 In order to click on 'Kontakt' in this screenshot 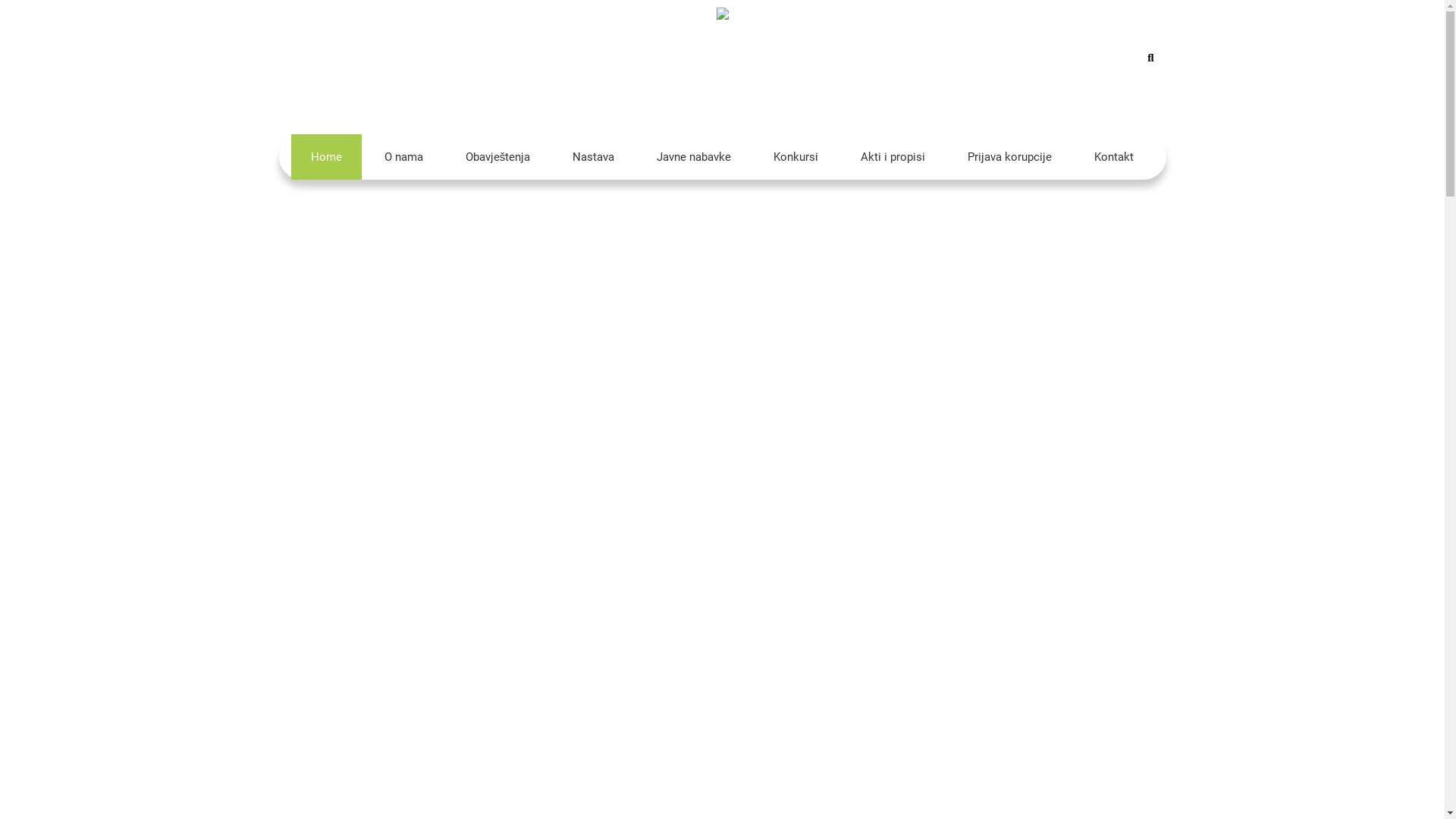, I will do `click(1113, 157)`.